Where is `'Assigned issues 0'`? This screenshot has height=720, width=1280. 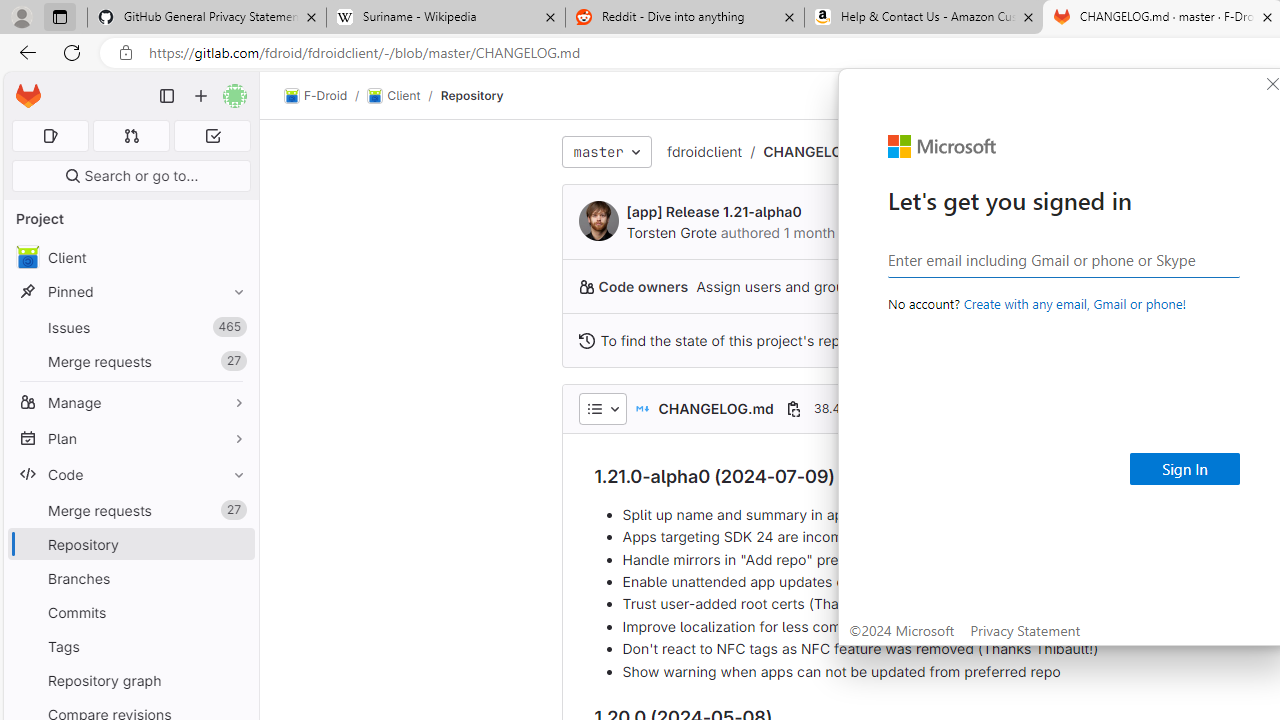
'Assigned issues 0' is located at coordinates (50, 135).